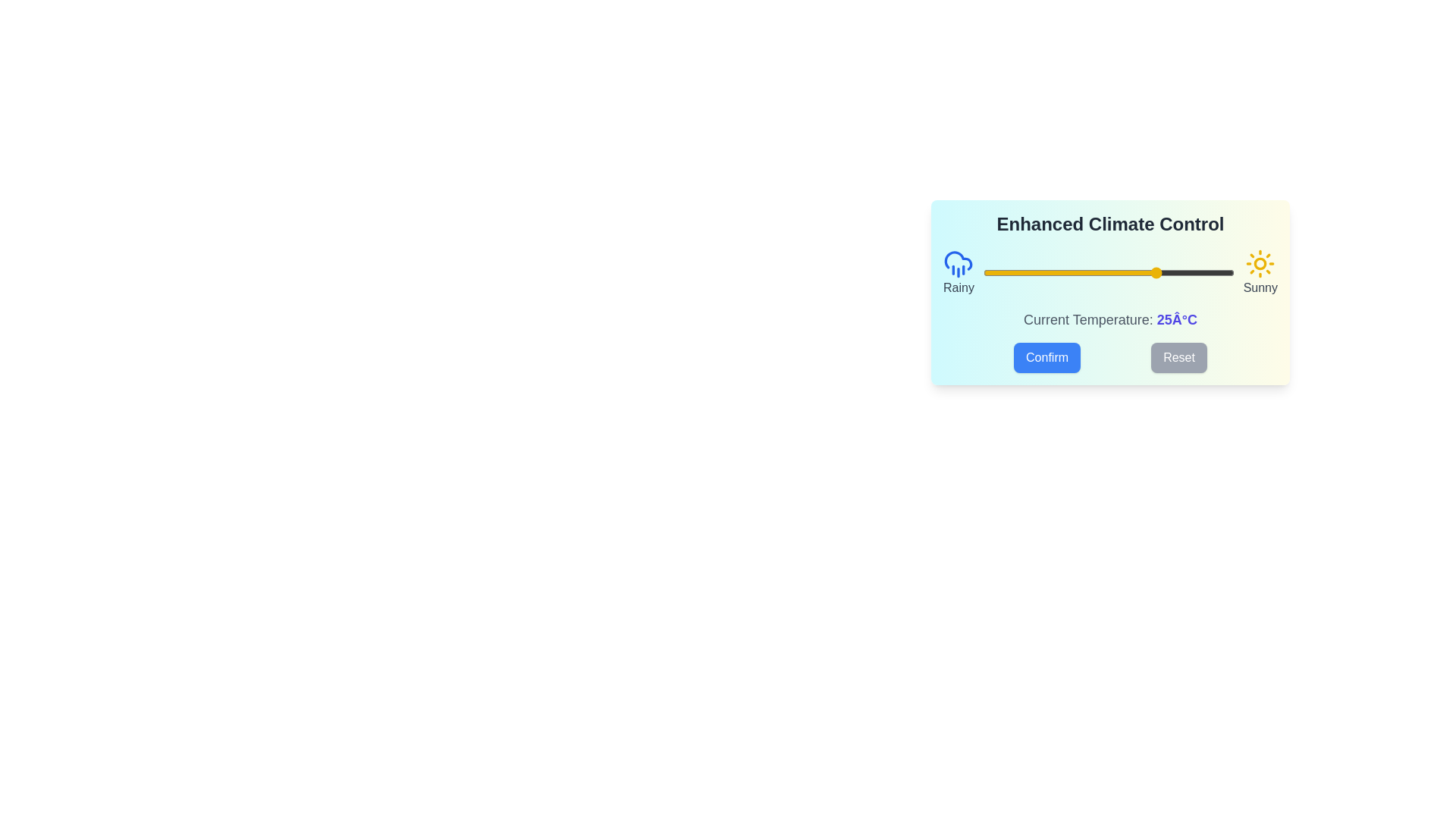  I want to click on the 'Confirm' button to save the current temperature setting, so click(1046, 357).